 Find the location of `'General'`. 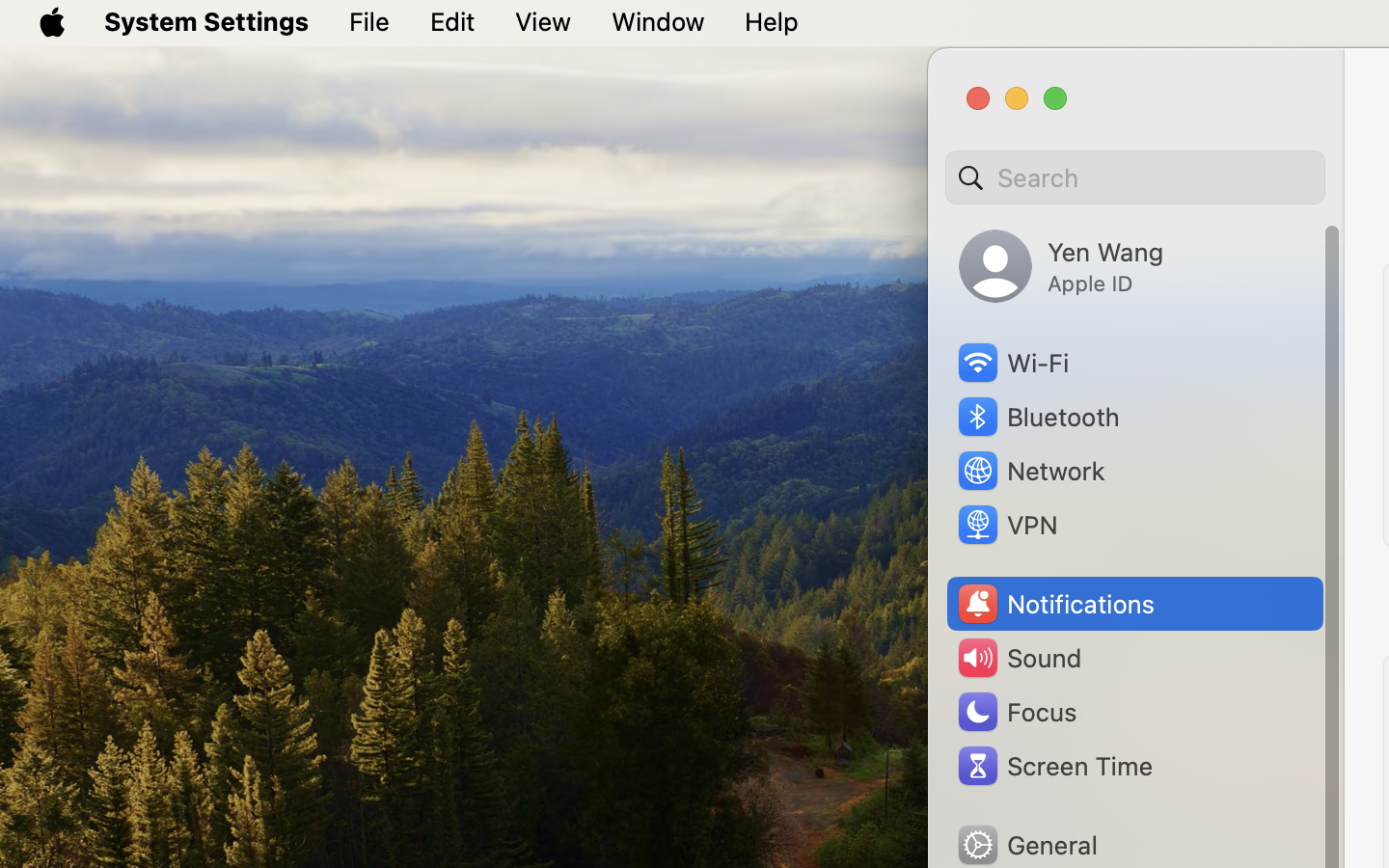

'General' is located at coordinates (1026, 844).